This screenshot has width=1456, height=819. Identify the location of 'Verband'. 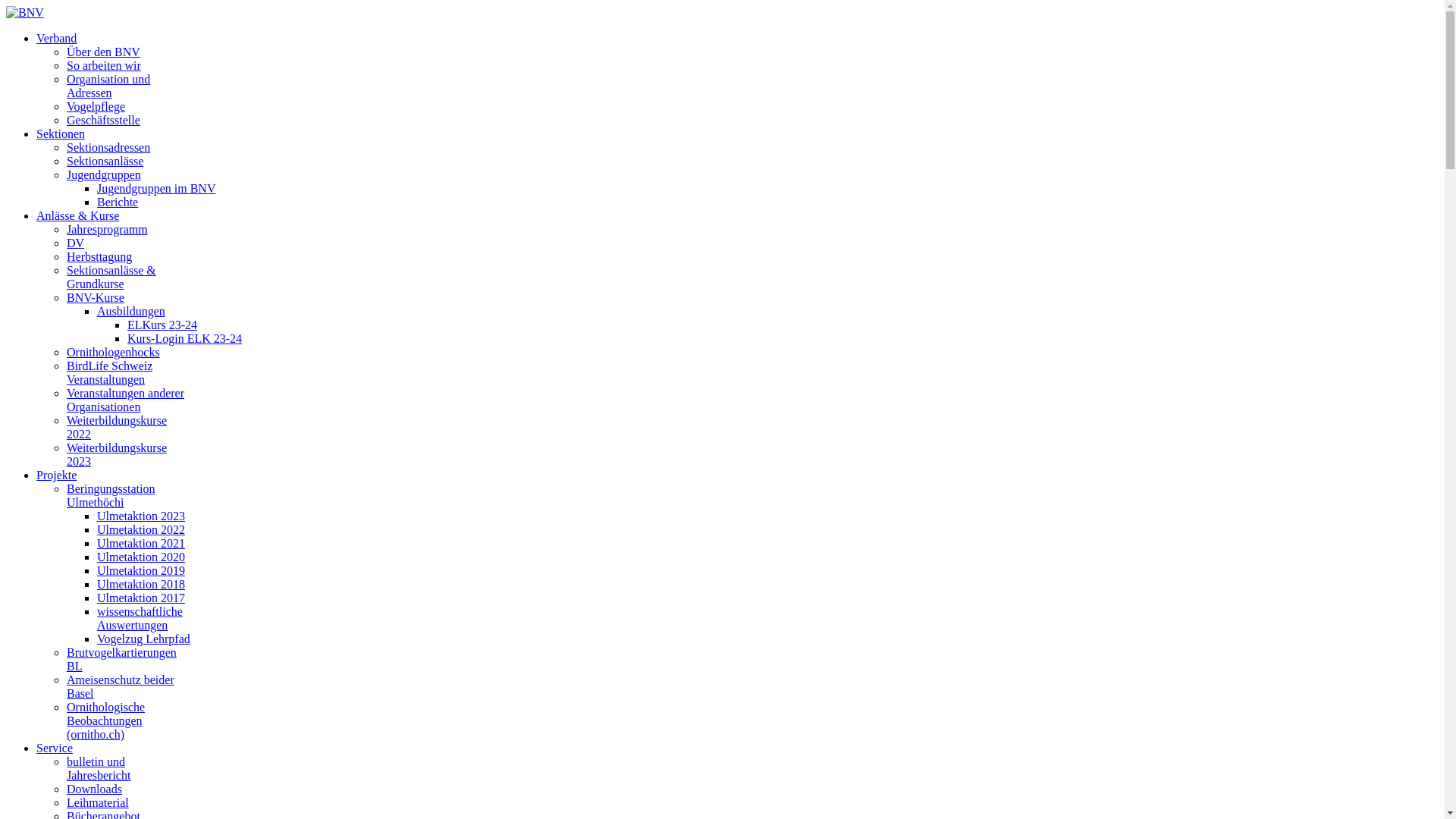
(56, 37).